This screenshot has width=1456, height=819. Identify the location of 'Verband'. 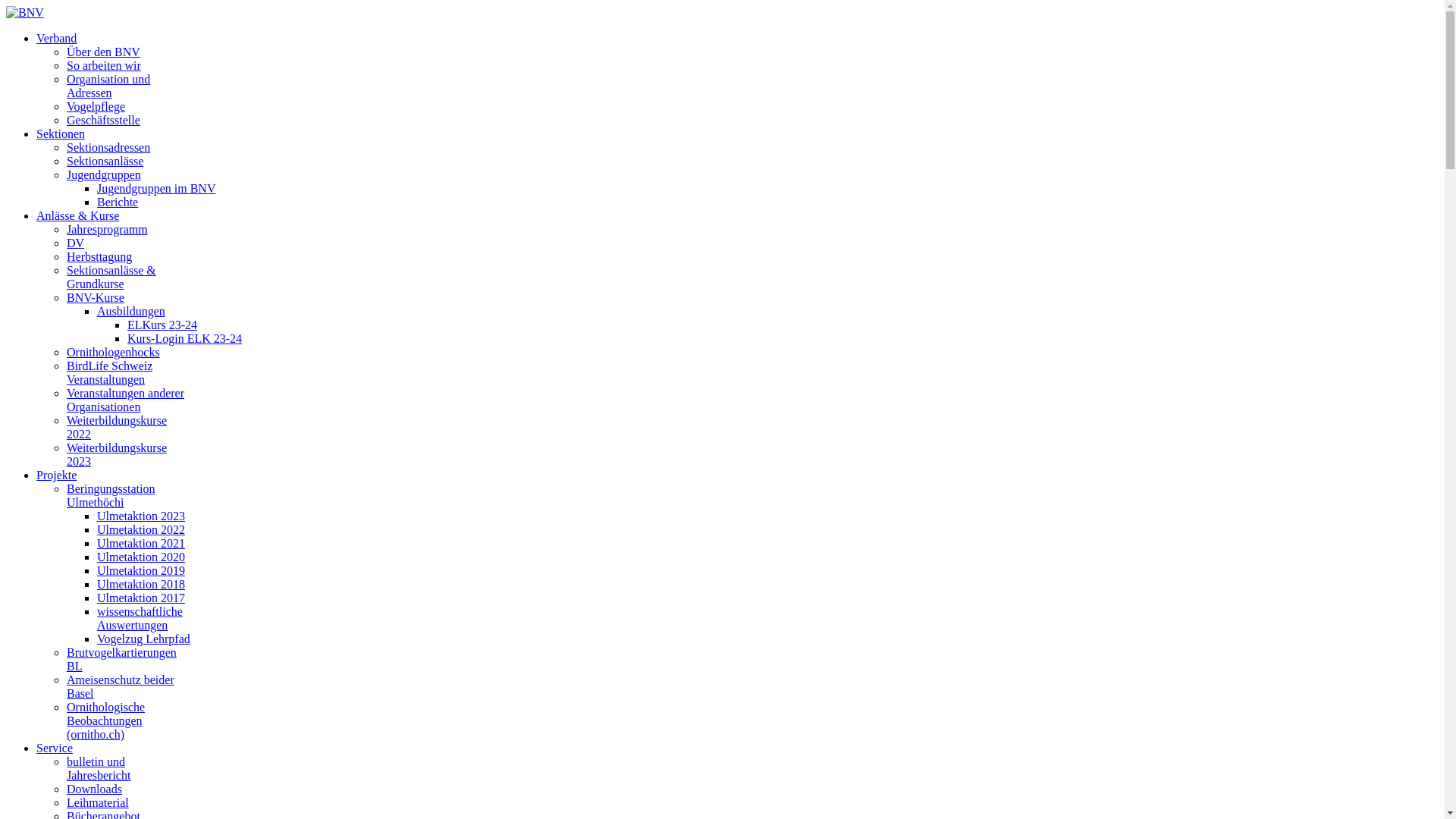
(56, 37).